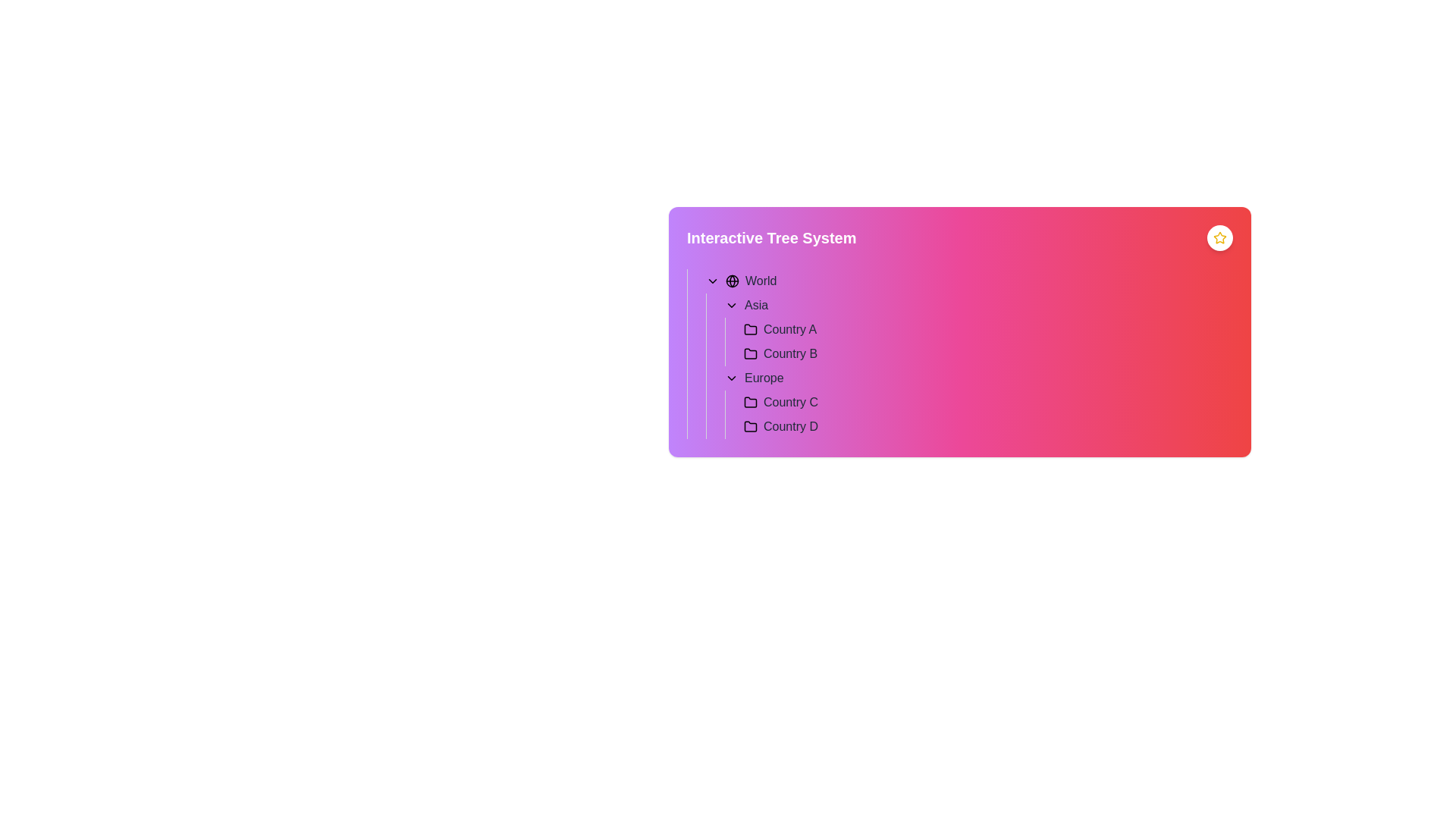  What do you see at coordinates (732, 281) in the screenshot?
I see `the Circle (SVG graphical element) that is part of the decorative globe icon located at the upper left corner of the highlighted section` at bounding box center [732, 281].